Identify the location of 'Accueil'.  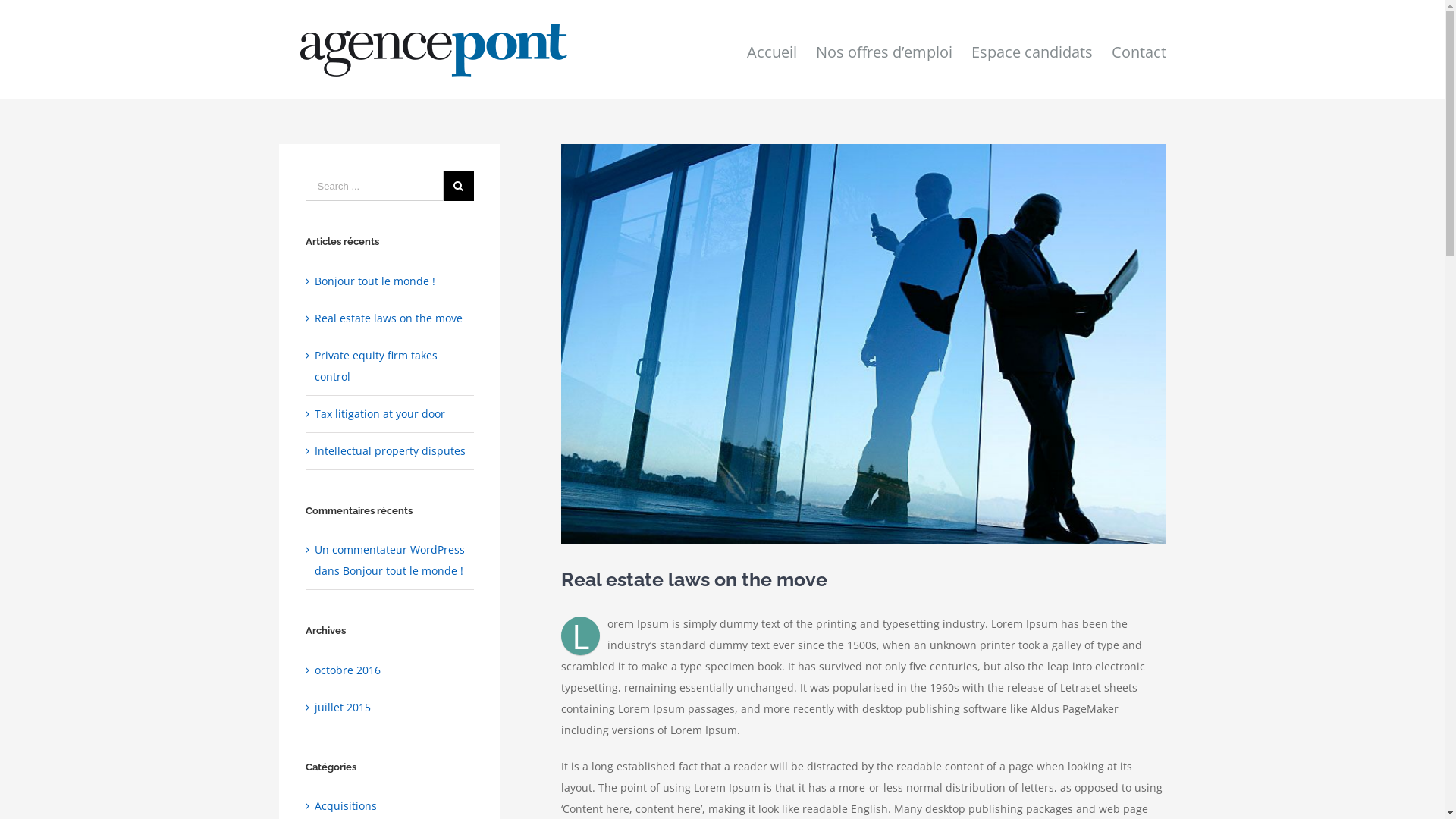
(771, 49).